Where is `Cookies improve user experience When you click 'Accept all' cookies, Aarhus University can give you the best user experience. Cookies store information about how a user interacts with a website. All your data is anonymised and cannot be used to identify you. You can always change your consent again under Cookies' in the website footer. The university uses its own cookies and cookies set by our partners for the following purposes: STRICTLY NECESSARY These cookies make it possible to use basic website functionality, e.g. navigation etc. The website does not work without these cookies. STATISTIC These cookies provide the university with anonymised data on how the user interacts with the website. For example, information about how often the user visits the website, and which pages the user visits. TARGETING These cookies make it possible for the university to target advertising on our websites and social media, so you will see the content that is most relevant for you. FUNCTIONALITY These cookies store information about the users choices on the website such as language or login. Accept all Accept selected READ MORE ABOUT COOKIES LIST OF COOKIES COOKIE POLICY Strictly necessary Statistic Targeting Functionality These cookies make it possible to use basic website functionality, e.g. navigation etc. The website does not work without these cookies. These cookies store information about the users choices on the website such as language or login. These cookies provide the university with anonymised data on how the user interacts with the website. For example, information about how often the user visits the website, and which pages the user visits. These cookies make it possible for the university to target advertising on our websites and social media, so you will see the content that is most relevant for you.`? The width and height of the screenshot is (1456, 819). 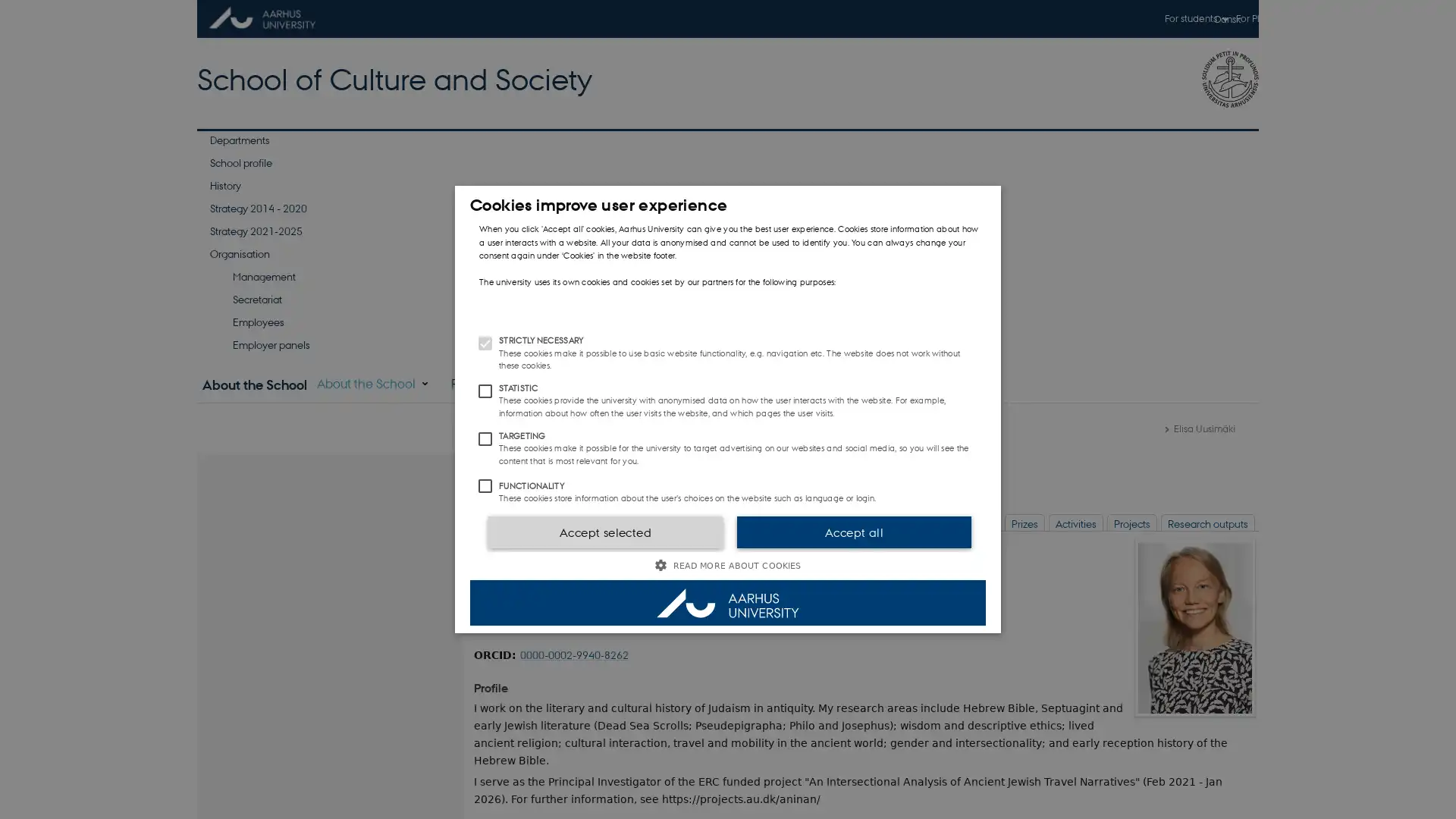
Cookies improve user experience When you click 'Accept all' cookies, Aarhus University can give you the best user experience. Cookies store information about how a user interacts with a website. All your data is anonymised and cannot be used to identify you. You can always change your consent again under Cookies' in the website footer. The university uses its own cookies and cookies set by our partners for the following purposes: STRICTLY NECESSARY These cookies make it possible to use basic website functionality, e.g. navigation etc. The website does not work without these cookies. STATISTIC These cookies provide the university with anonymised data on how the user interacts with the website. For example, information about how often the user visits the website, and which pages the user visits. TARGETING These cookies make it possible for the university to target advertising on our websites and social media, so you will see the content that is most relevant for you. FUNCTIONALITY These cookies store information about the users choices on the website such as language or login. Accept all Accept selected READ MORE ABOUT COOKIES LIST OF COOKIES COOKIE POLICY Strictly necessary Statistic Targeting Functionality These cookies make it possible to use basic website functionality, e.g. navigation etc. The website does not work without these cookies. These cookies store information about the users choices on the website such as language or login. These cookies provide the university with anonymised data on how the user interacts with the website. For example, information about how often the user visits the website, and which pages the user visits. These cookies make it possible for the university to target advertising on our websites and social media, so you will see the content that is most relevant for you. is located at coordinates (728, 409).